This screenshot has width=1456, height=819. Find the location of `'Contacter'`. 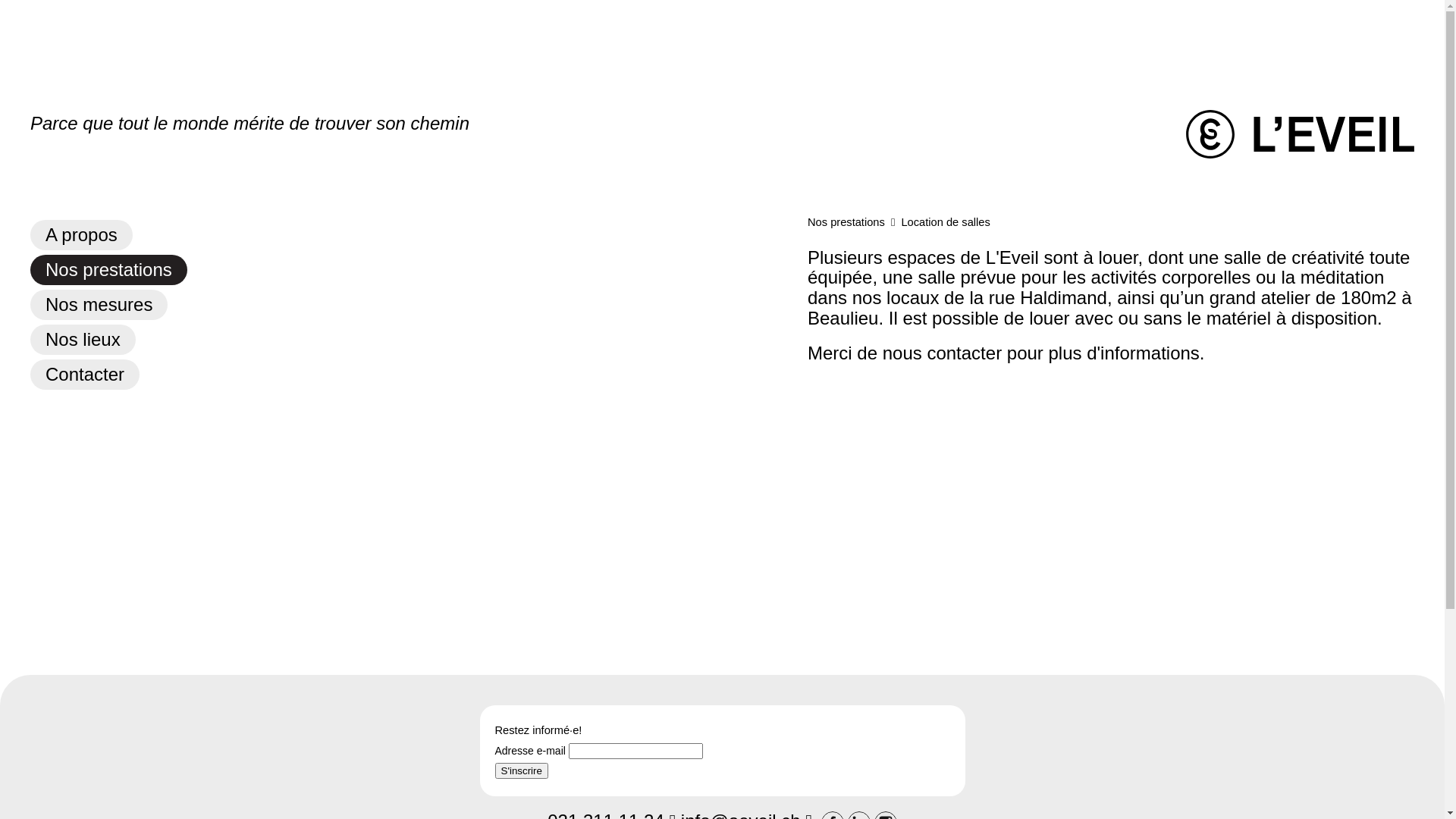

'Contacter' is located at coordinates (83, 374).